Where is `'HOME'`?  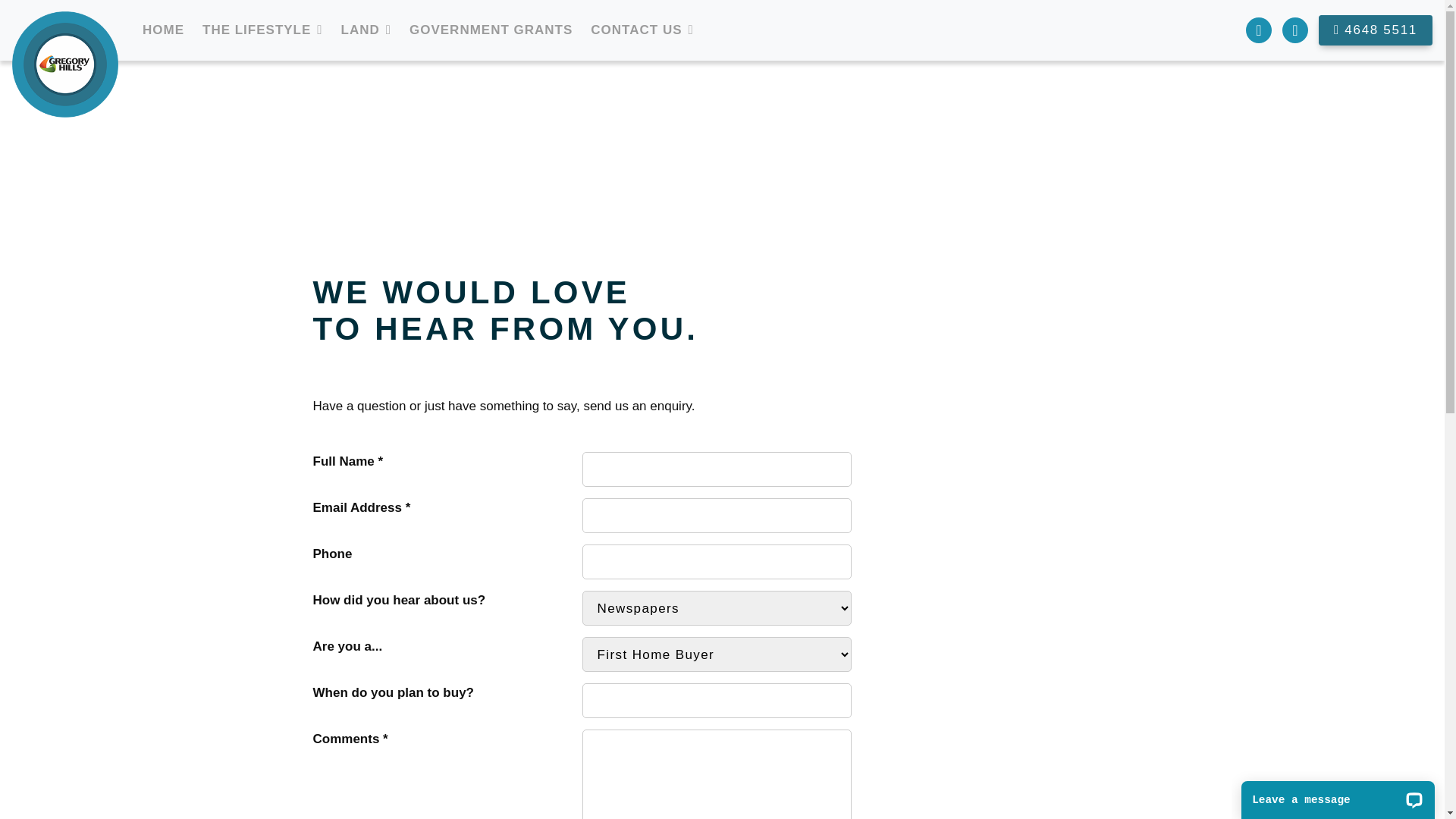 'HOME' is located at coordinates (163, 30).